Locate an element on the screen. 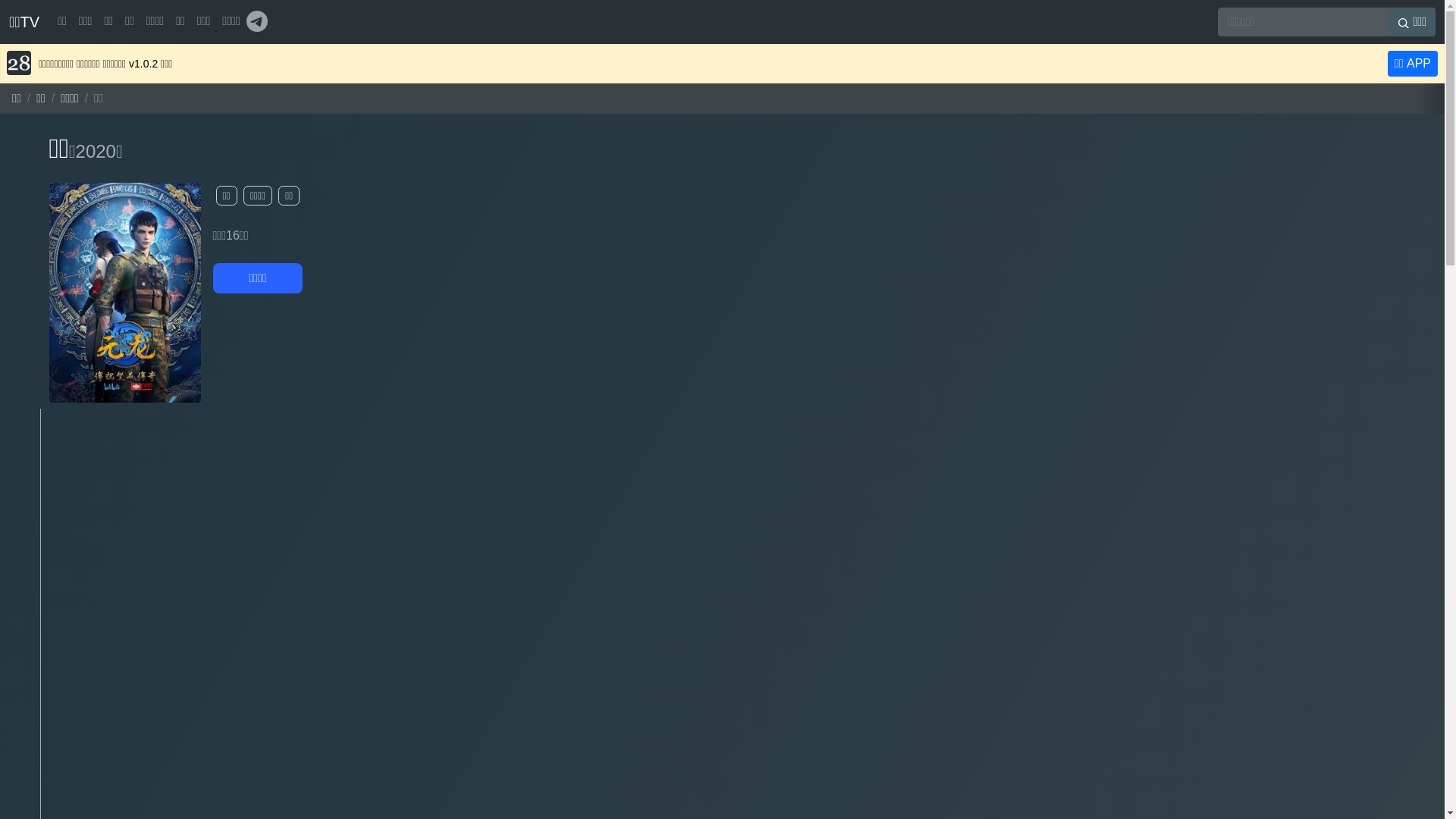 The image size is (1456, 819). '2020' is located at coordinates (75, 151).